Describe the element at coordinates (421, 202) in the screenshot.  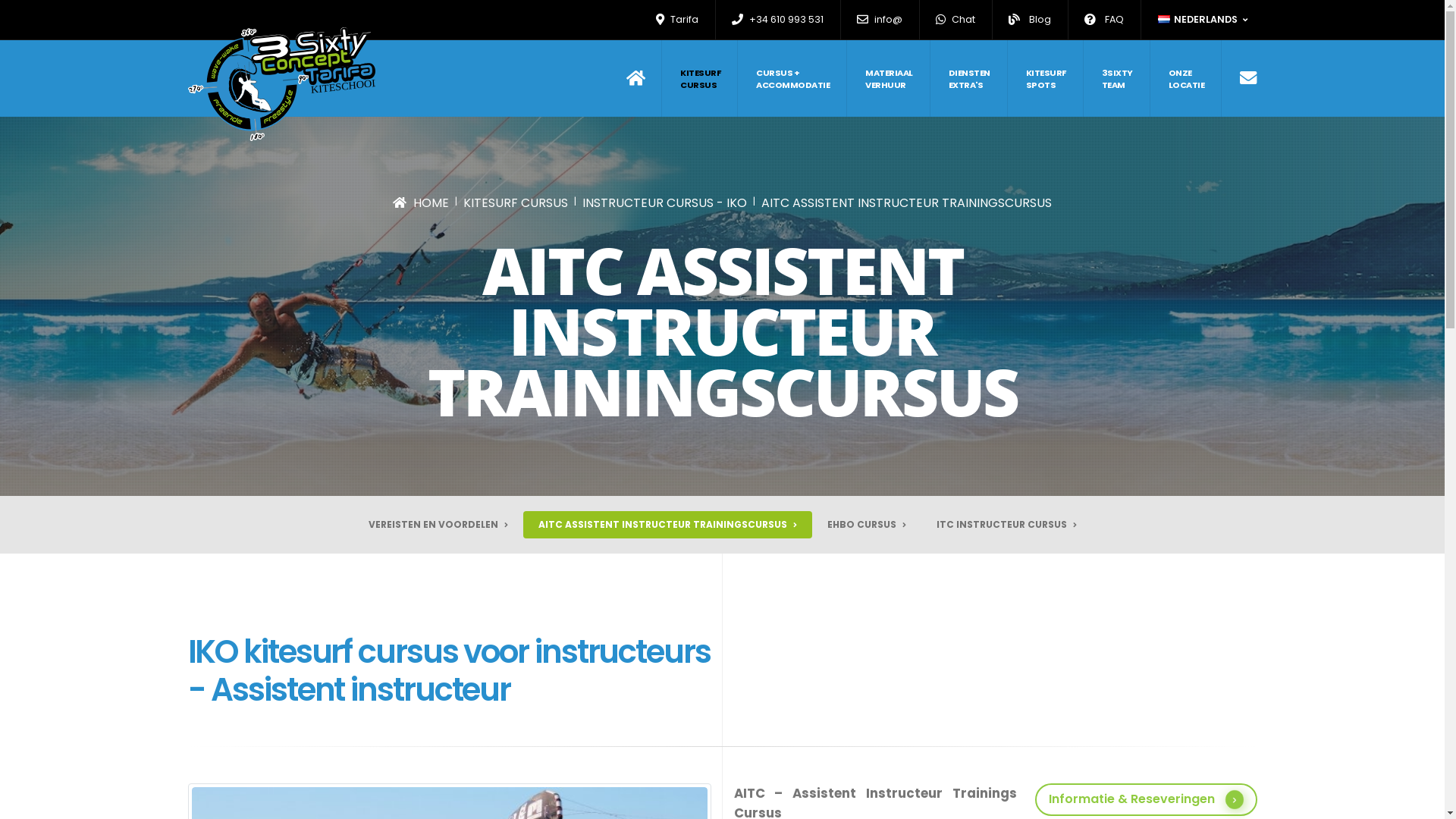
I see `'HOME'` at that location.